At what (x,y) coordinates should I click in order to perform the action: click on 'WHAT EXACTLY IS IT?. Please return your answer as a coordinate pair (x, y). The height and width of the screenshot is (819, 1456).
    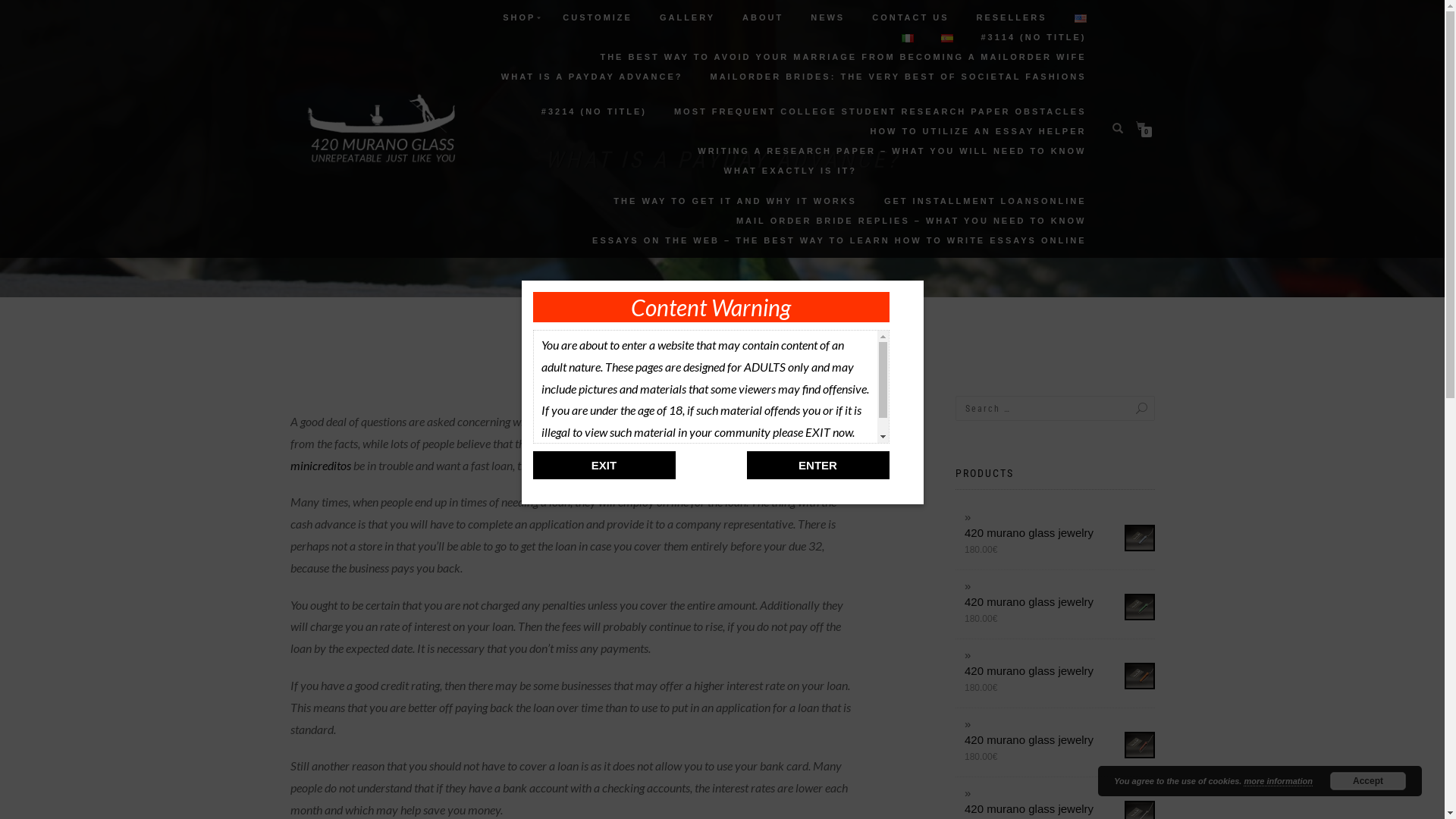
    Looking at the image, I should click on (735, 185).